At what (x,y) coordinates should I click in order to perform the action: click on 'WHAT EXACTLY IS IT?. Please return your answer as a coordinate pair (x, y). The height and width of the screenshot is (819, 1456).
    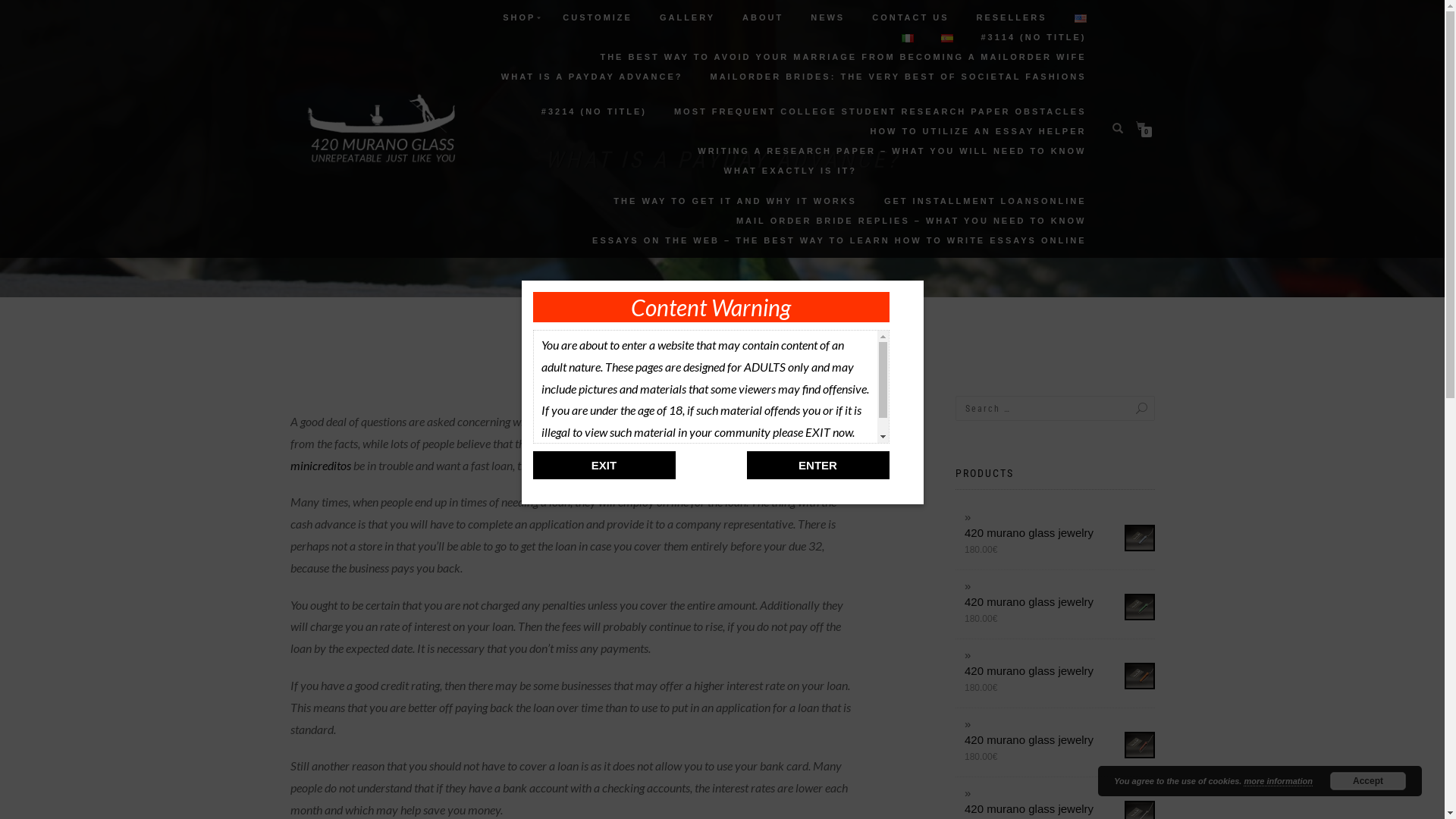
    Looking at the image, I should click on (735, 185).